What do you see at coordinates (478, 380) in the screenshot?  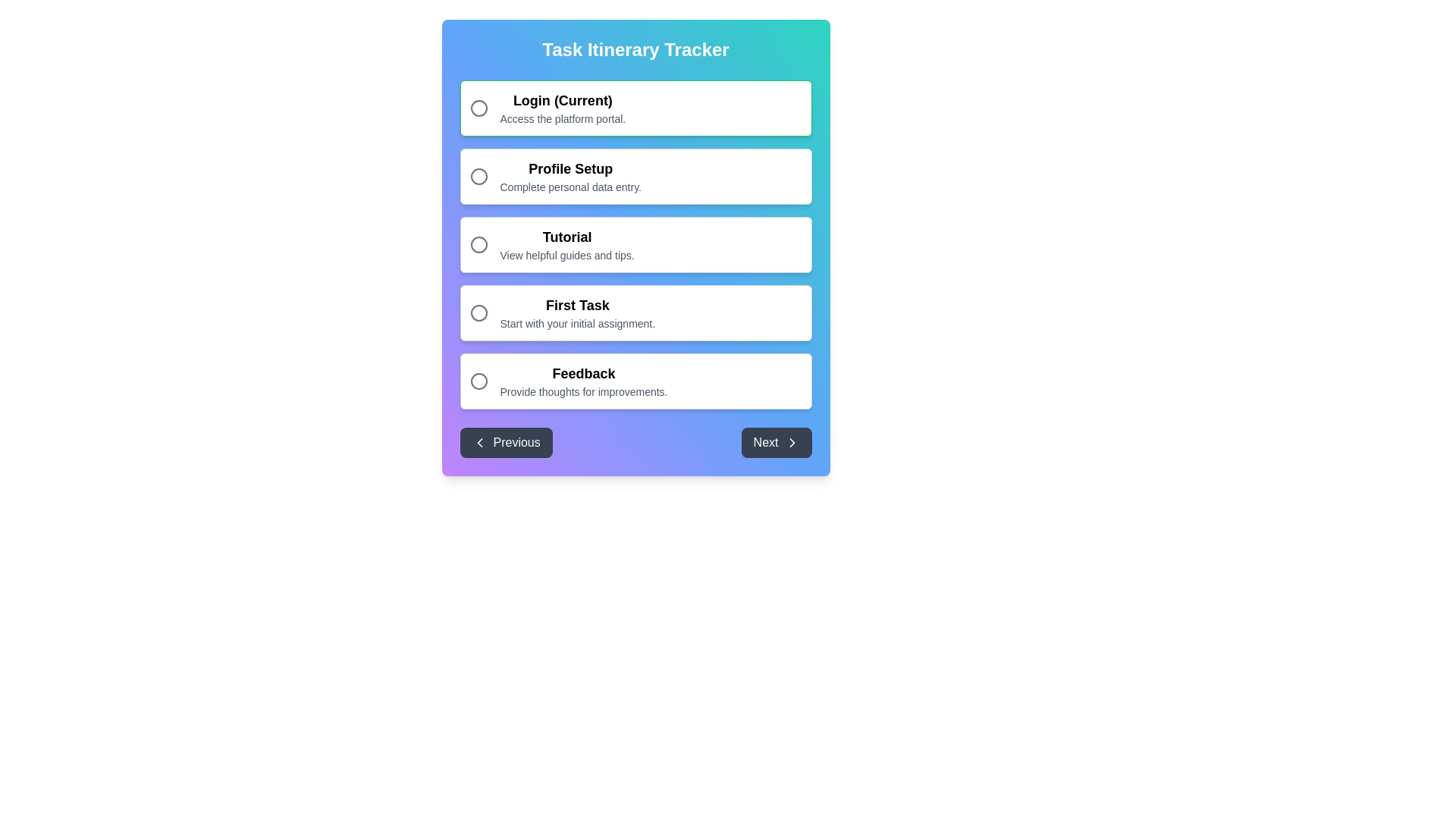 I see `the gray circular SVG icon with a stroke-width of 2 located to the immediate left of the title 'Feedback'` at bounding box center [478, 380].